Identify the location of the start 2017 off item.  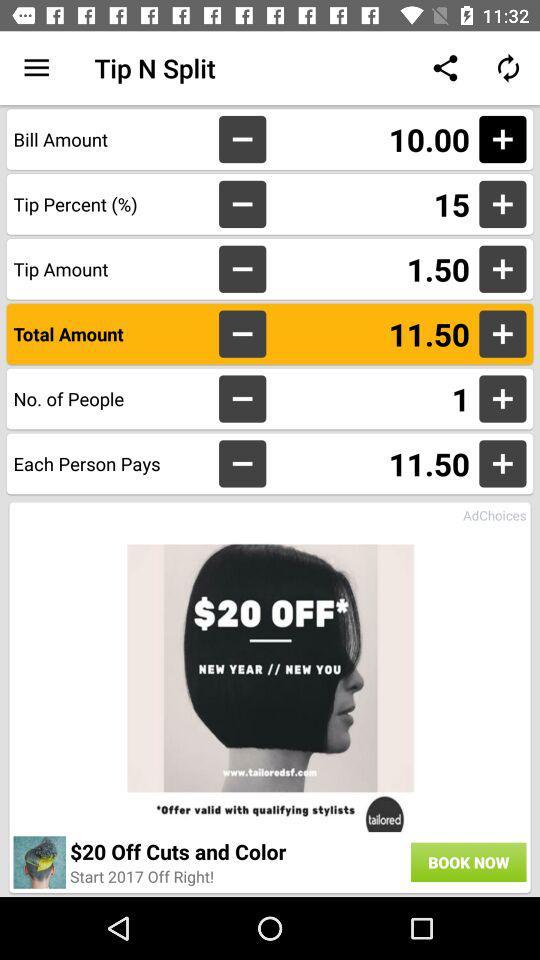
(141, 875).